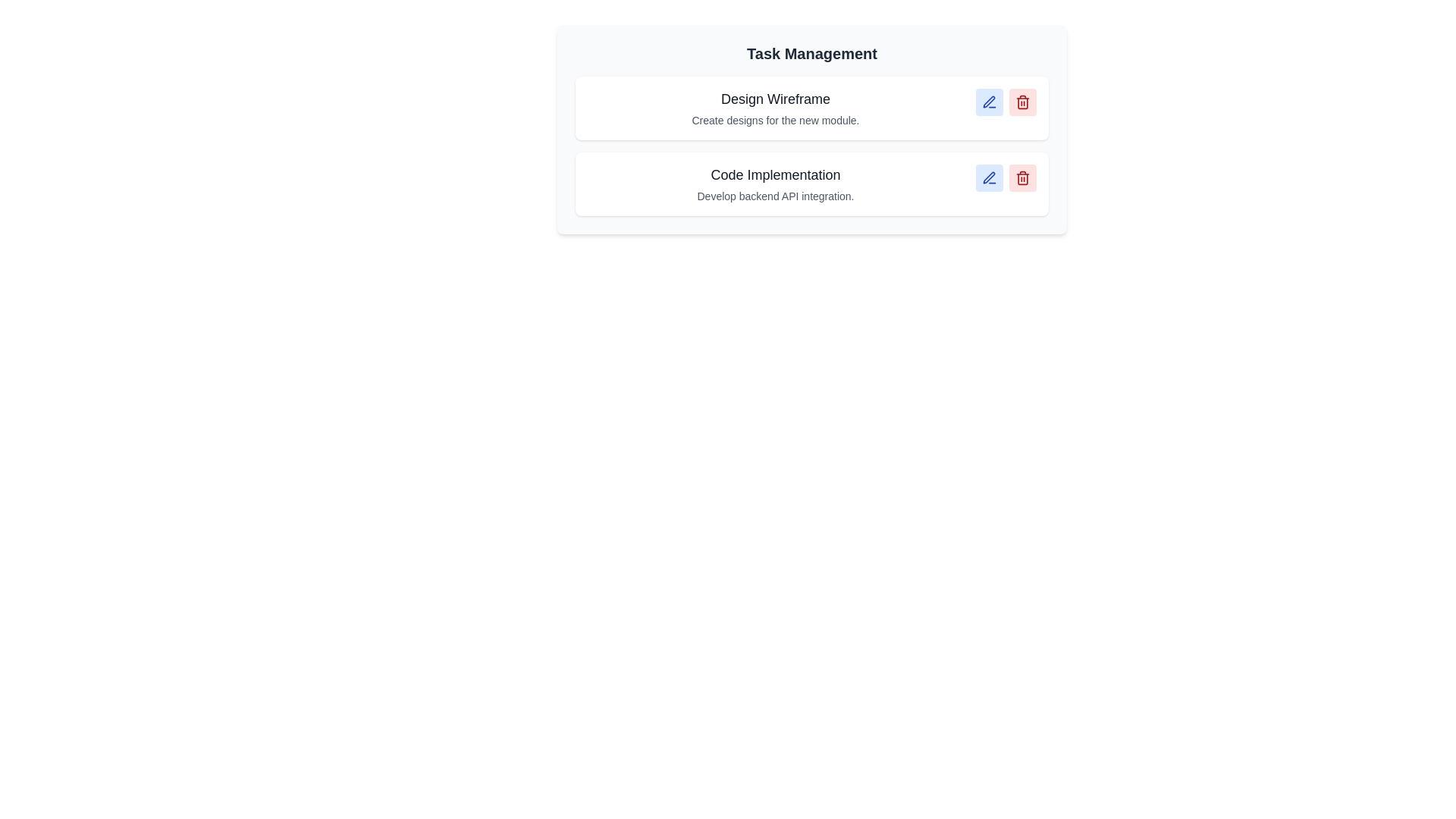  What do you see at coordinates (990, 177) in the screenshot?
I see `edit button for the task with title Code Implementation` at bounding box center [990, 177].